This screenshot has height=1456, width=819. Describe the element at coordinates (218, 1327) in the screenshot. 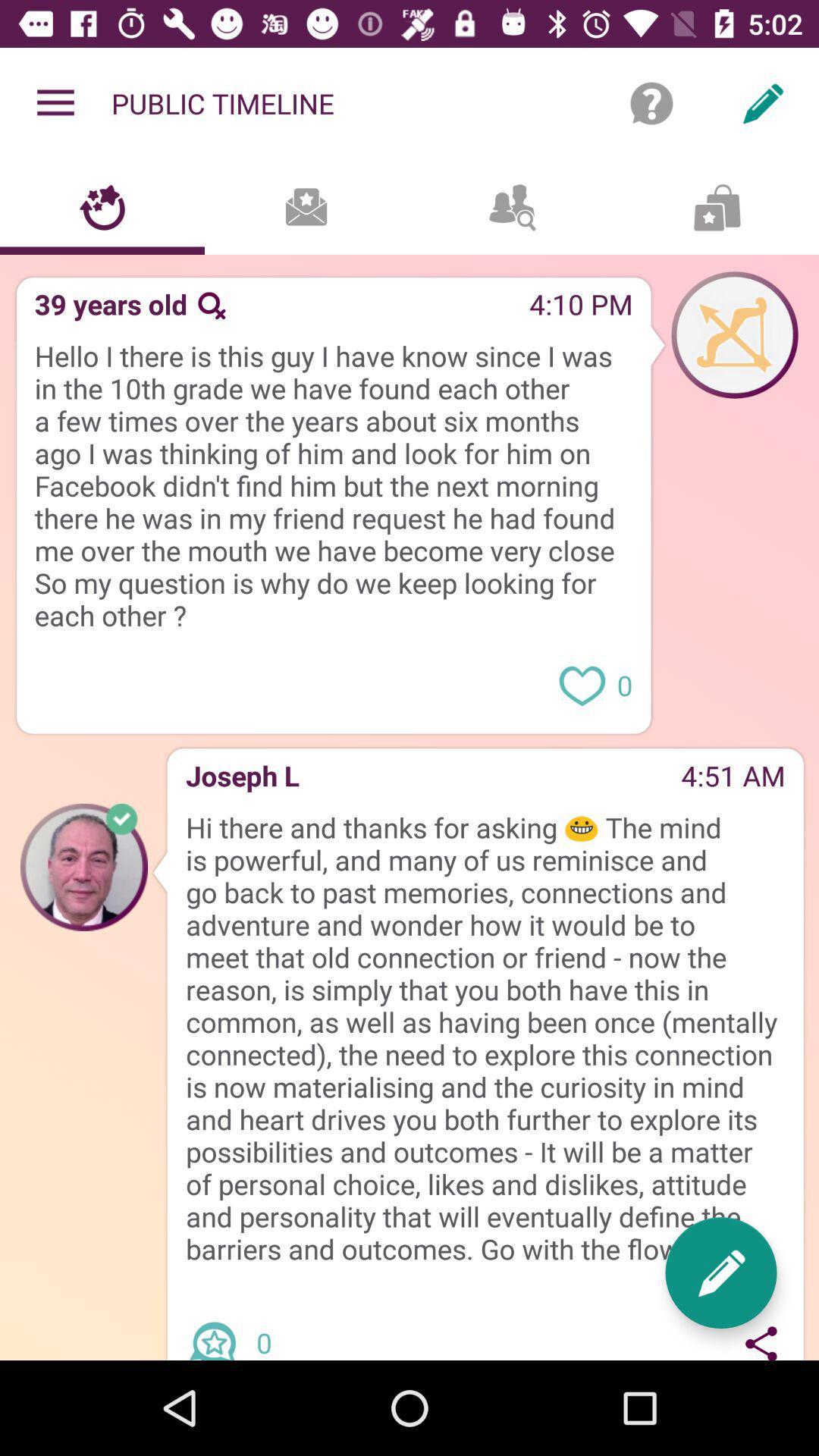

I see `share article` at that location.